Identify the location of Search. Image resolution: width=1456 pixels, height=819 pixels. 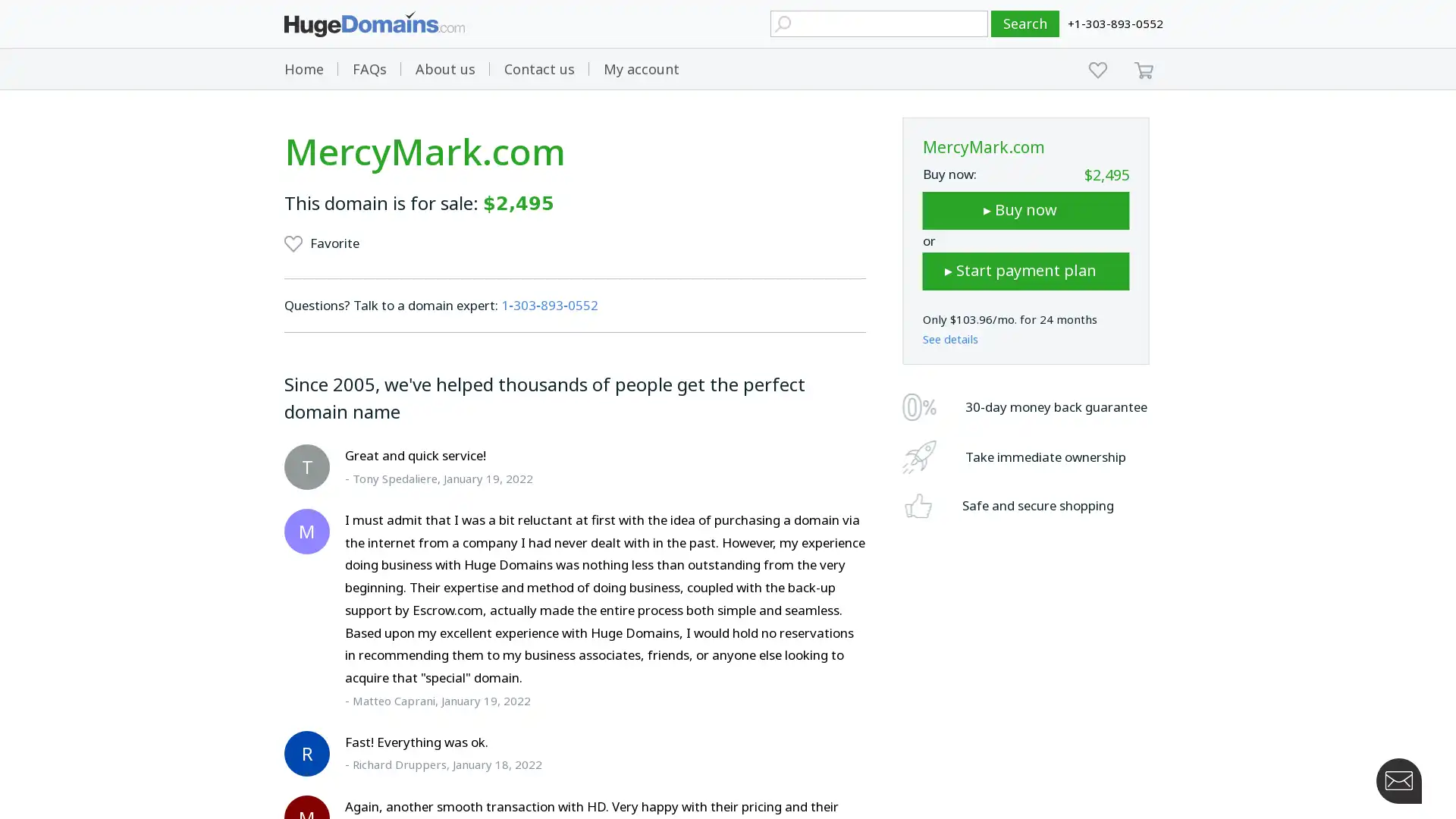
(1025, 24).